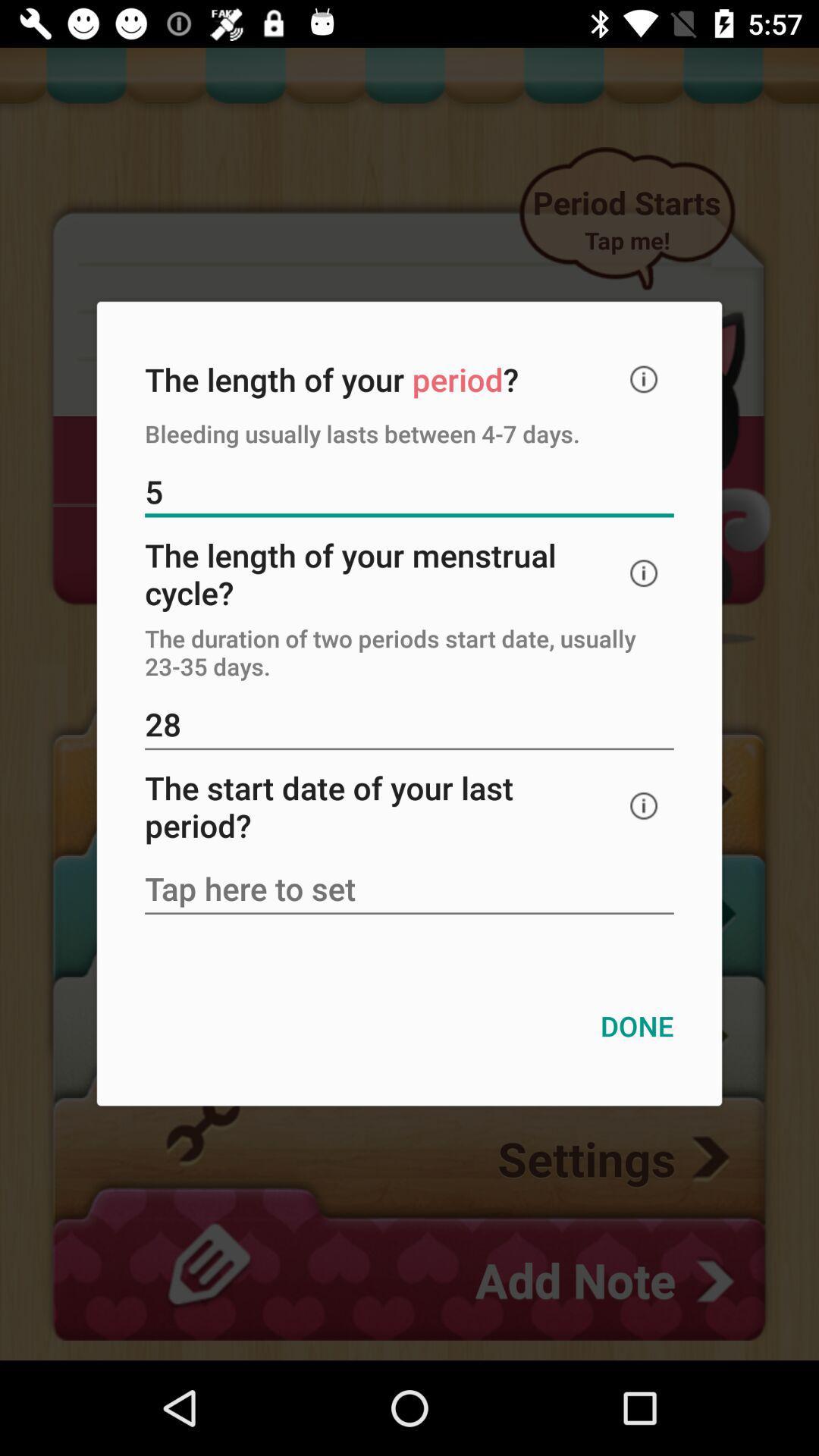 The height and width of the screenshot is (1456, 819). Describe the element at coordinates (644, 379) in the screenshot. I see `the icon to the right of the the length of` at that location.